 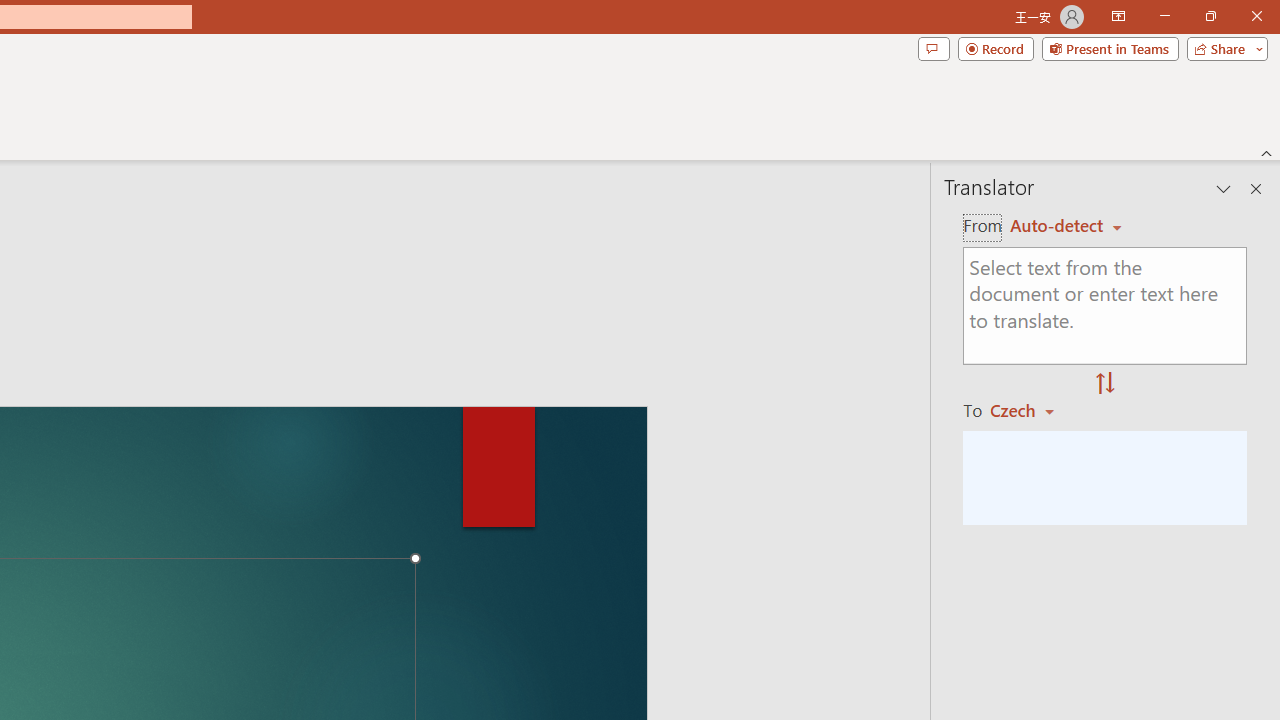 I want to click on 'Comments', so click(x=932, y=47).